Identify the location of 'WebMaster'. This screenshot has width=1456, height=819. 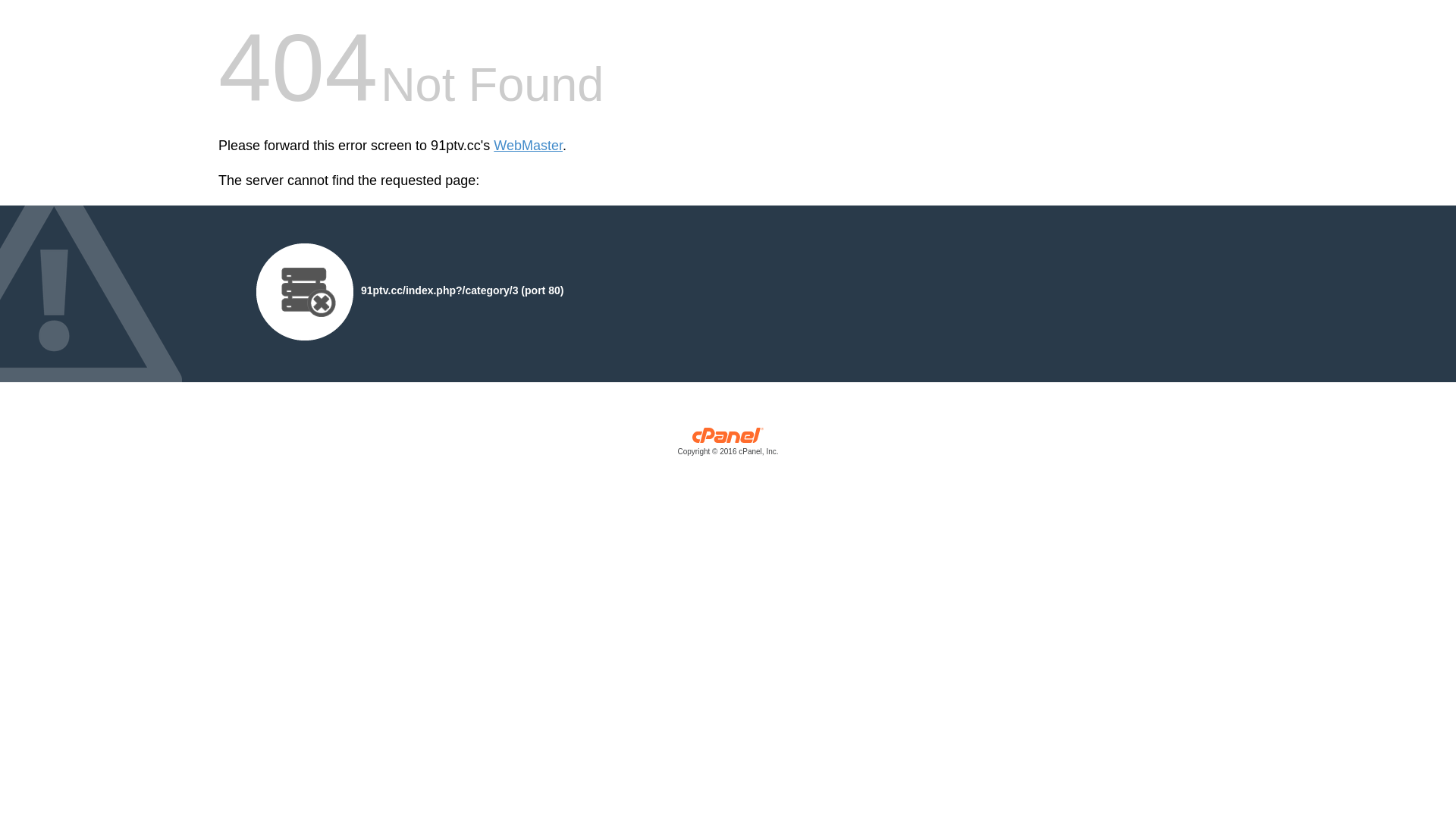
(528, 146).